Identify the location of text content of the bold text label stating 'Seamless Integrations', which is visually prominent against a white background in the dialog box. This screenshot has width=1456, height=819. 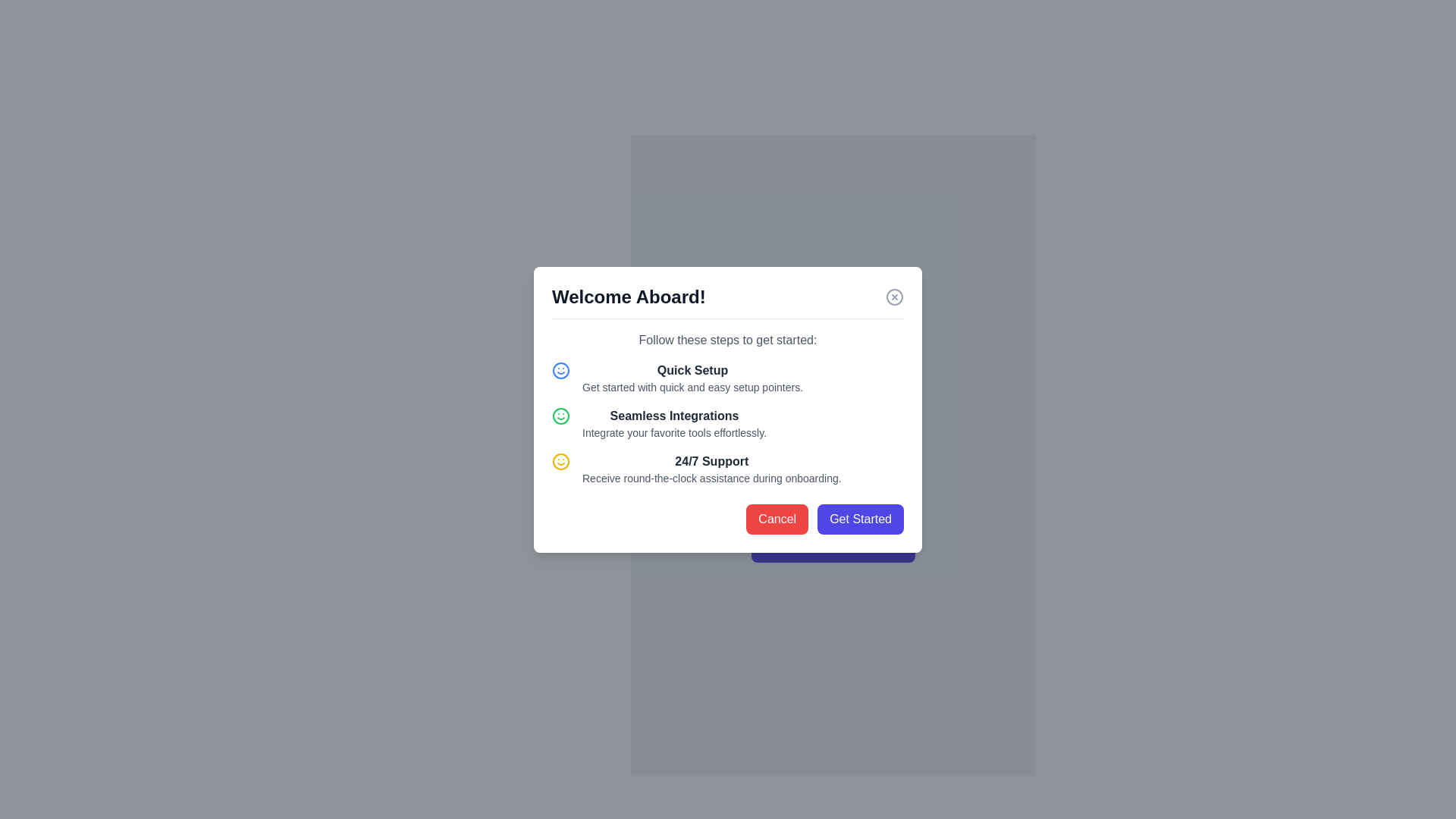
(673, 416).